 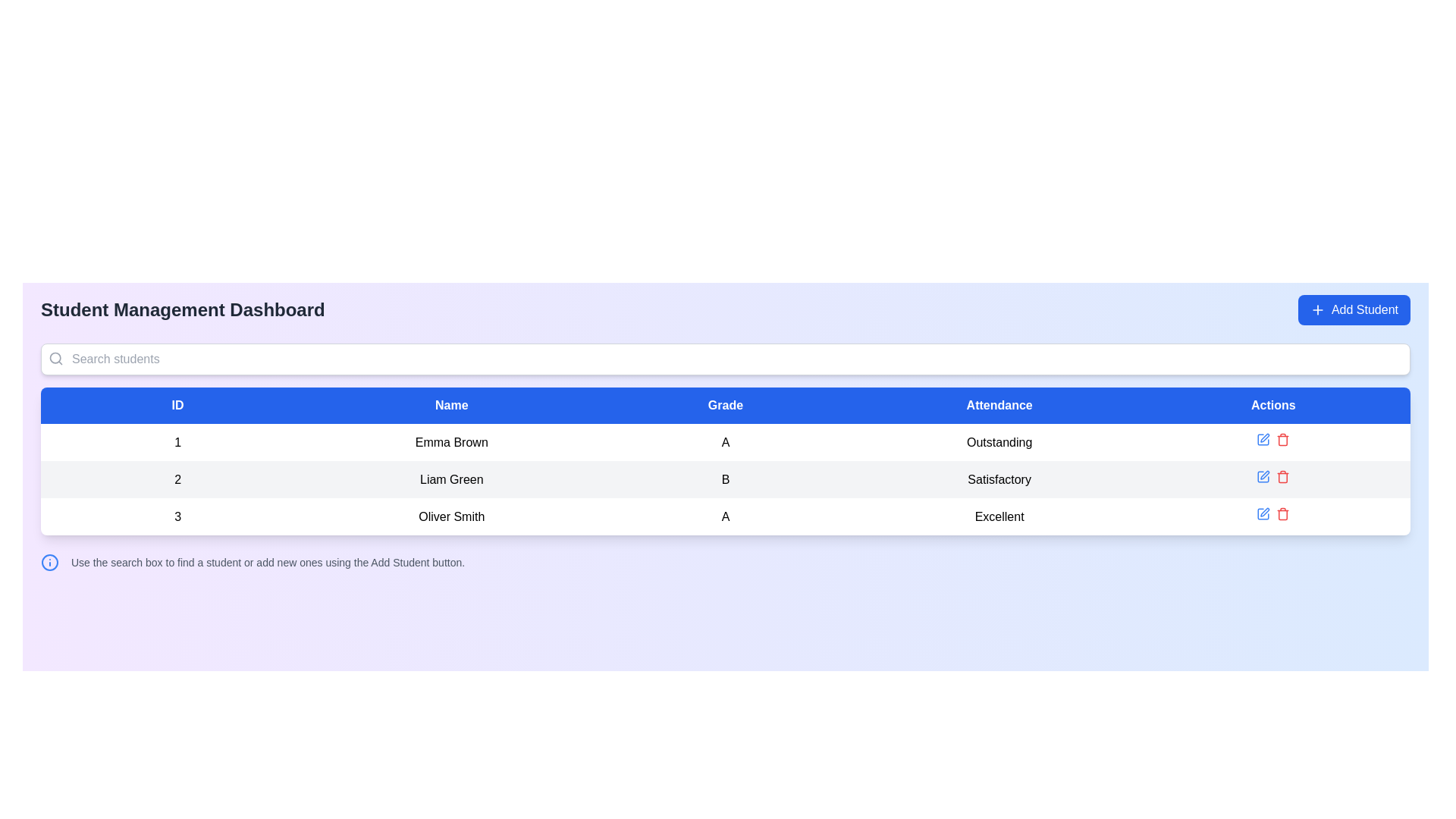 What do you see at coordinates (177, 516) in the screenshot?
I see `contents of the Text label displaying the unique identifier '3' for the student entry Oliver Smith, located in the first column of the third row of the table` at bounding box center [177, 516].